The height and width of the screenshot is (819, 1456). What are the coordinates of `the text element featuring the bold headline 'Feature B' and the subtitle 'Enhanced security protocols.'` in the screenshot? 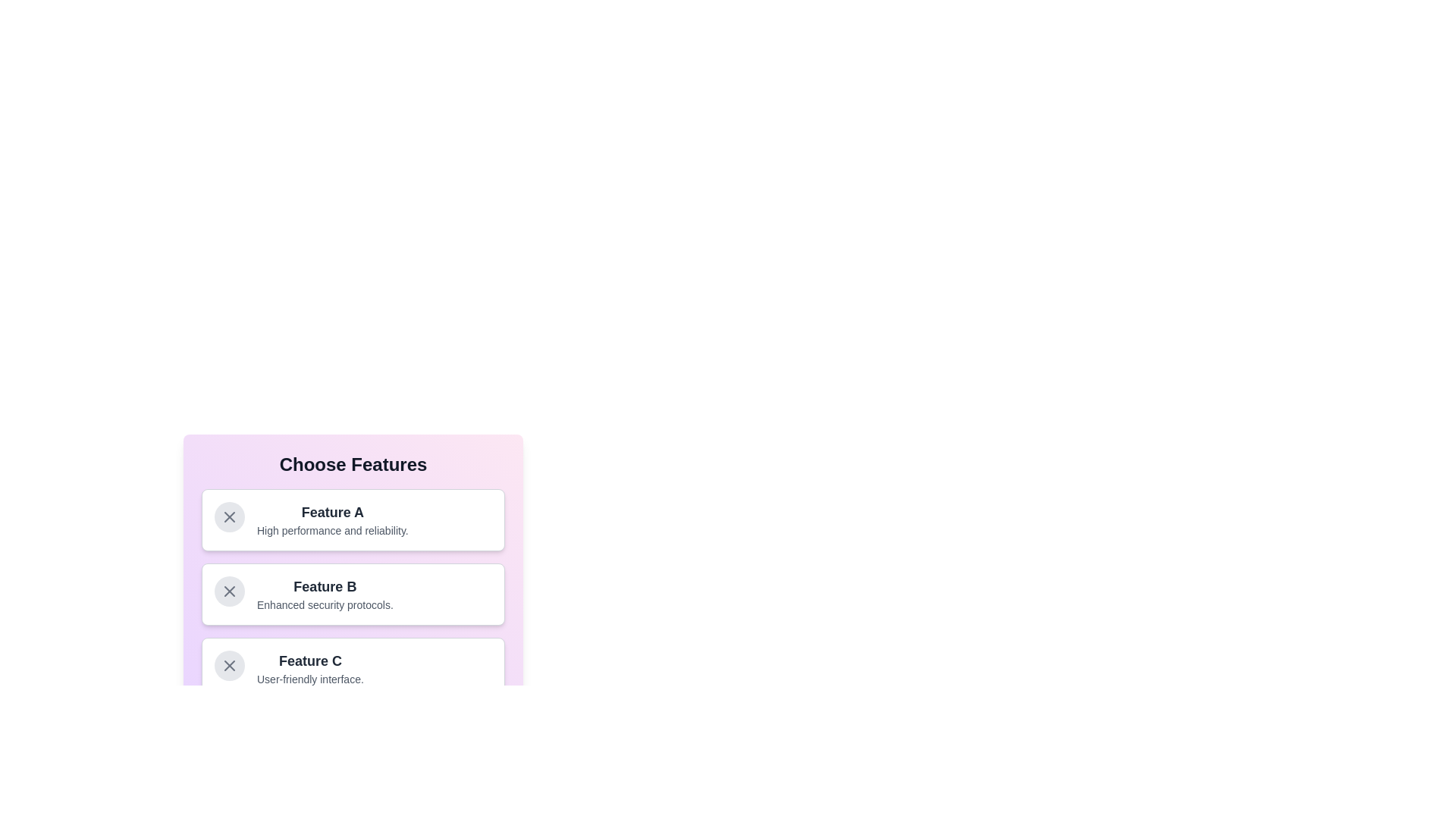 It's located at (324, 593).